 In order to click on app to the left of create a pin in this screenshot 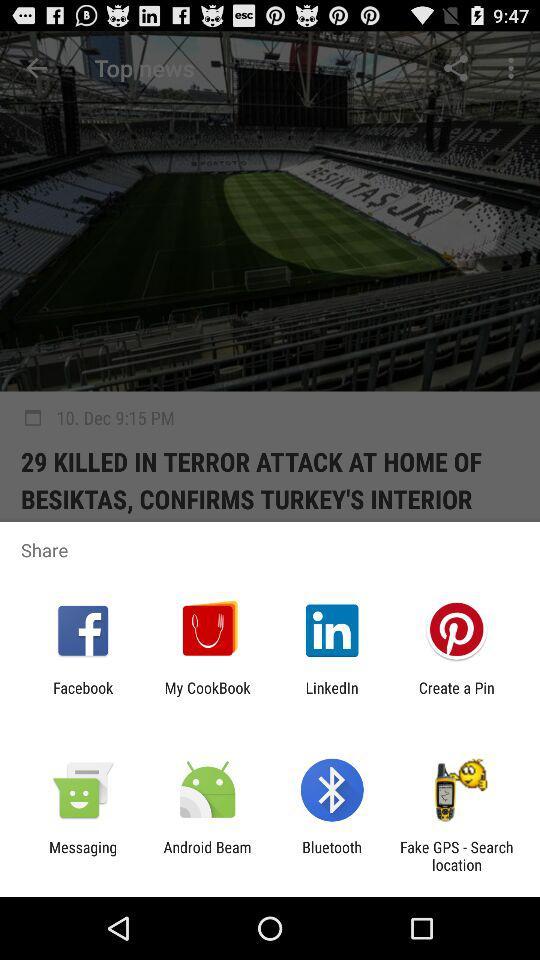, I will do `click(332, 696)`.